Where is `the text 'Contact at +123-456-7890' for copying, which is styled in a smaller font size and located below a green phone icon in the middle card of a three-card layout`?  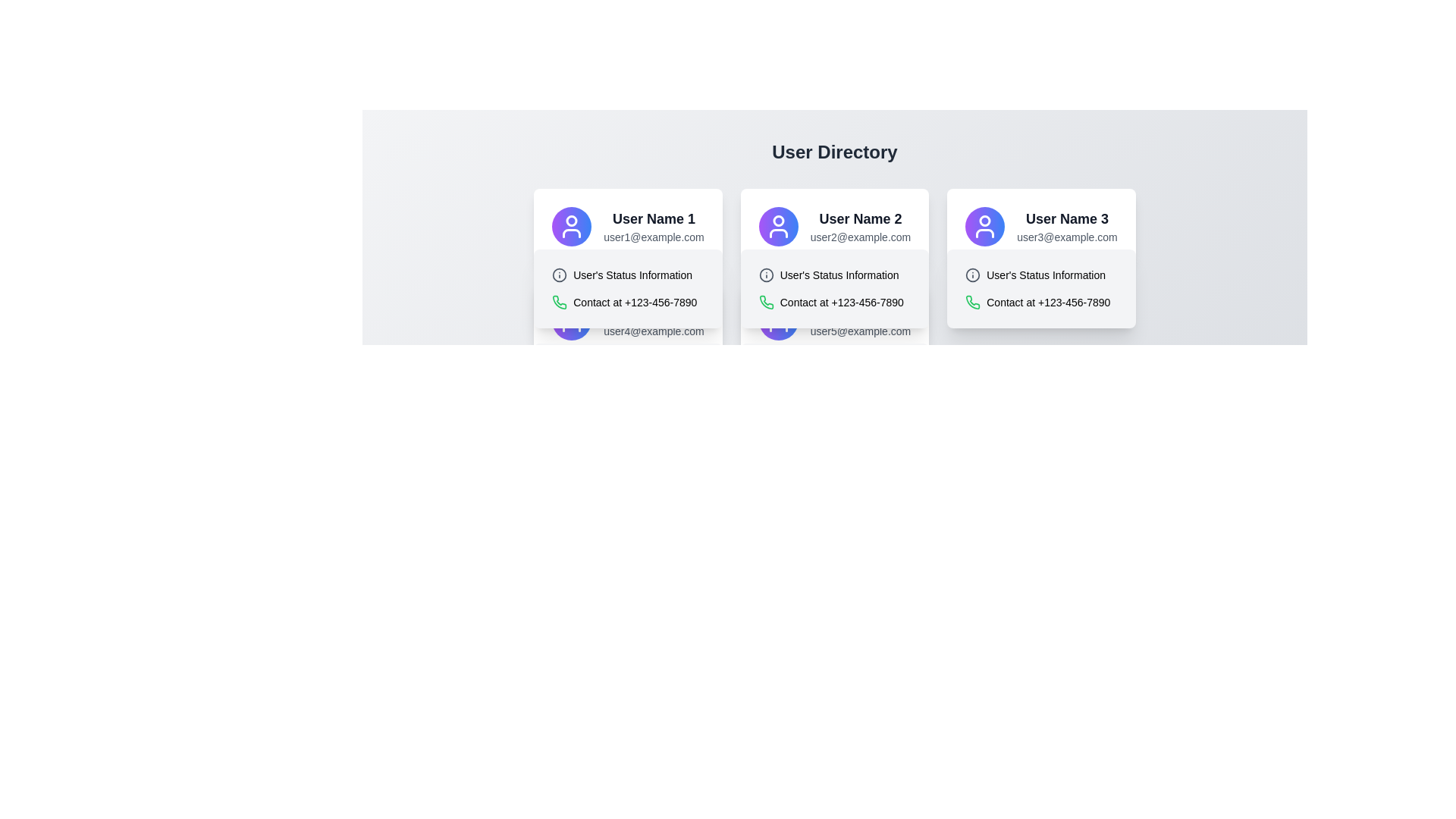 the text 'Contact at +123-456-7890' for copying, which is styled in a smaller font size and located below a green phone icon in the middle card of a three-card layout is located at coordinates (635, 302).